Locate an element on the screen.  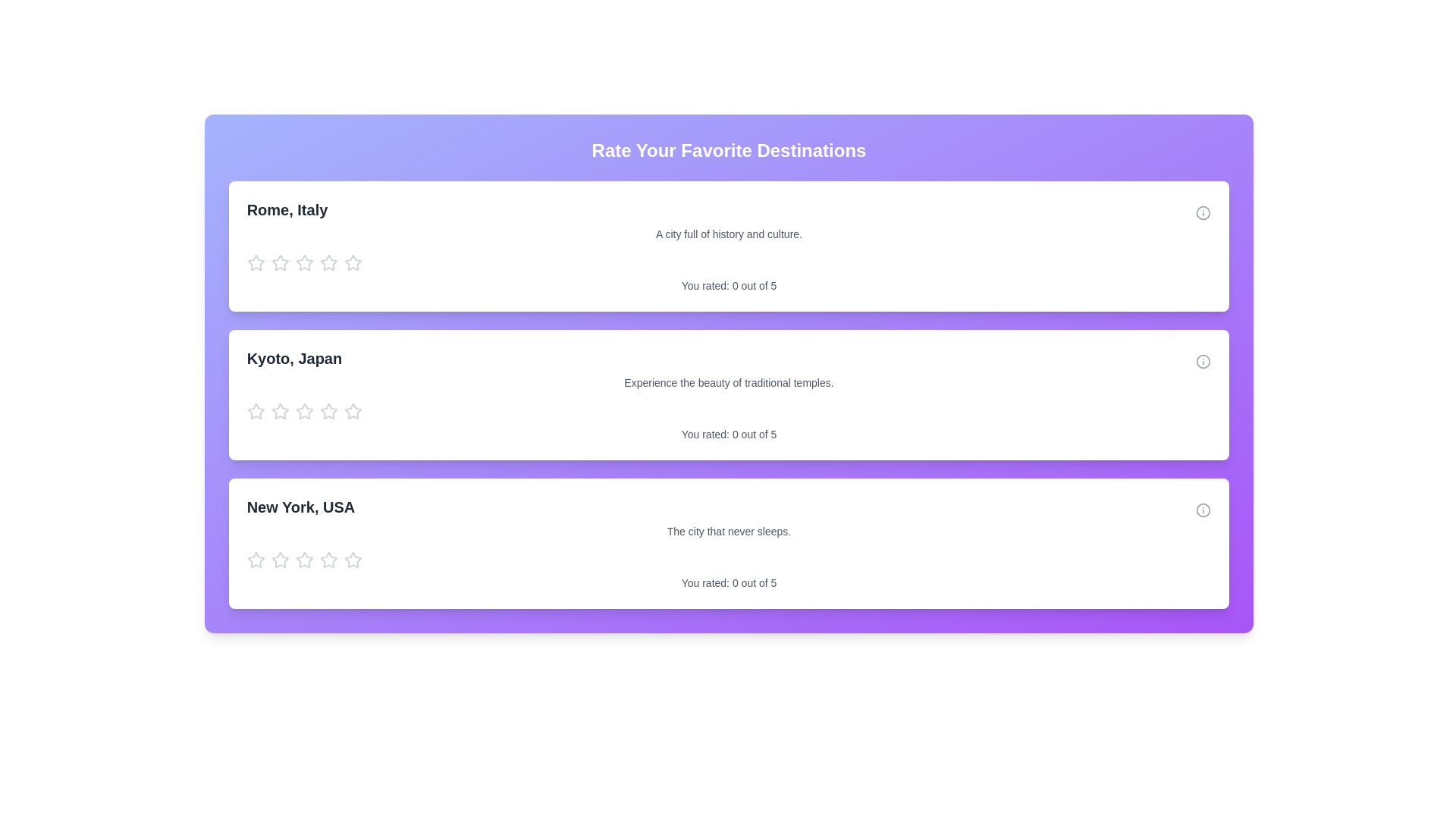
the first star-shaped rating icon in the row located beneath the section labeled 'Kyoto, Japan' to rate it is located at coordinates (256, 412).